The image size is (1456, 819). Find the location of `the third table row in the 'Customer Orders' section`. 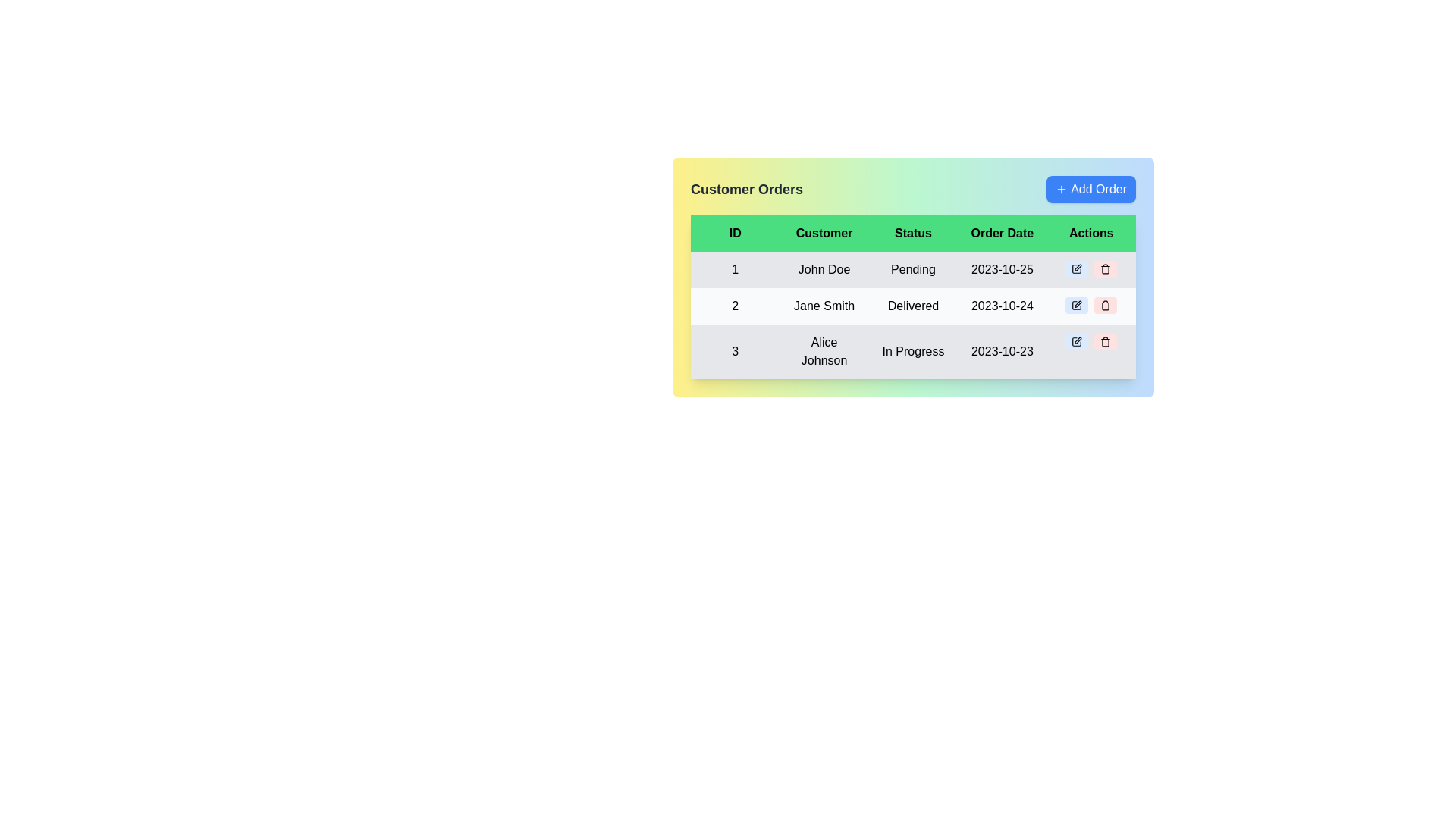

the third table row in the 'Customer Orders' section is located at coordinates (912, 351).